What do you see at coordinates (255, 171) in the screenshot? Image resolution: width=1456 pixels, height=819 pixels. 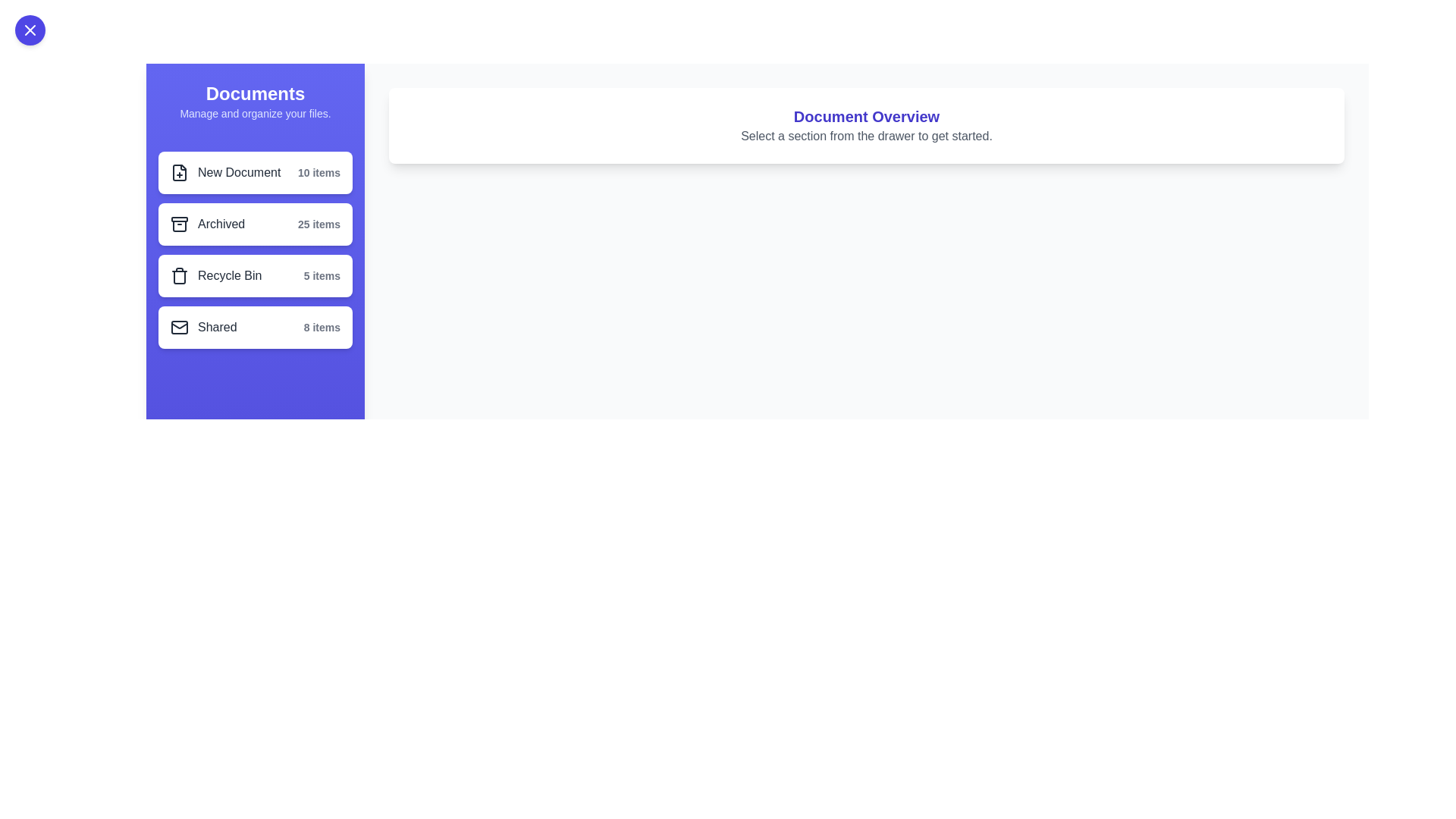 I see `the section labeled New Document in the drawer` at bounding box center [255, 171].